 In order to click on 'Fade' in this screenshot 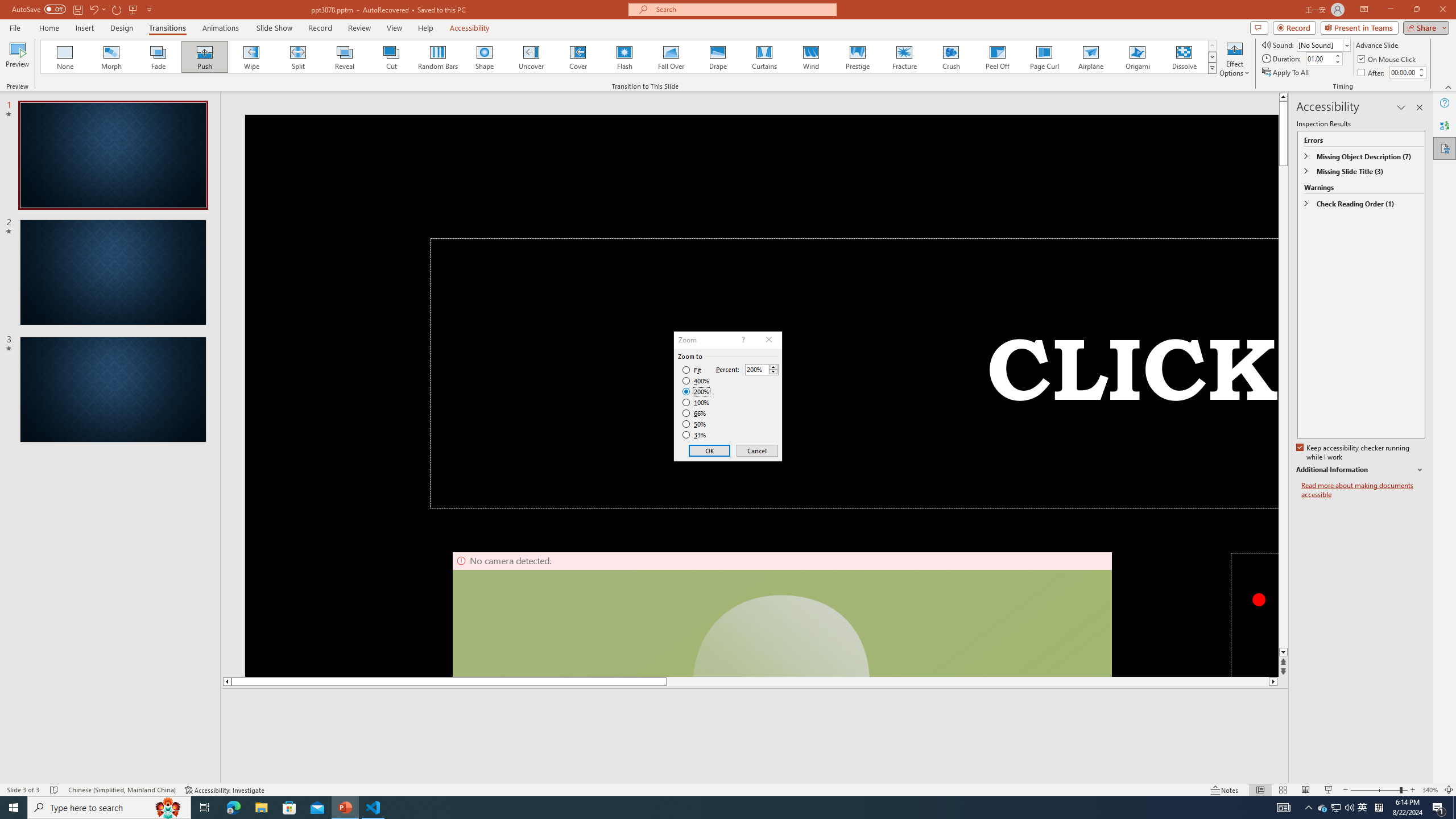, I will do `click(158, 56)`.